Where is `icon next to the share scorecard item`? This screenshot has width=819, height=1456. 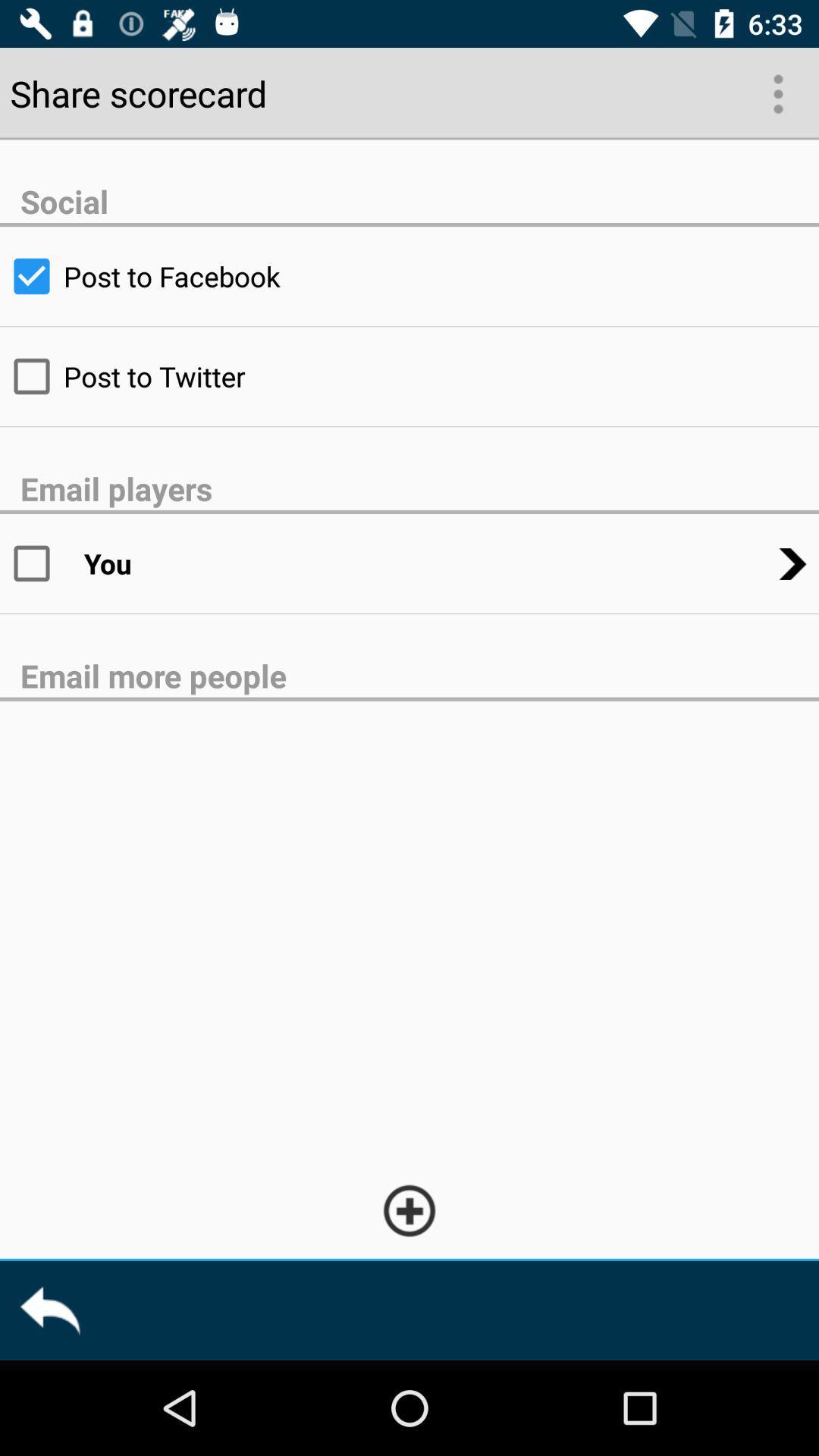 icon next to the share scorecard item is located at coordinates (777, 92).